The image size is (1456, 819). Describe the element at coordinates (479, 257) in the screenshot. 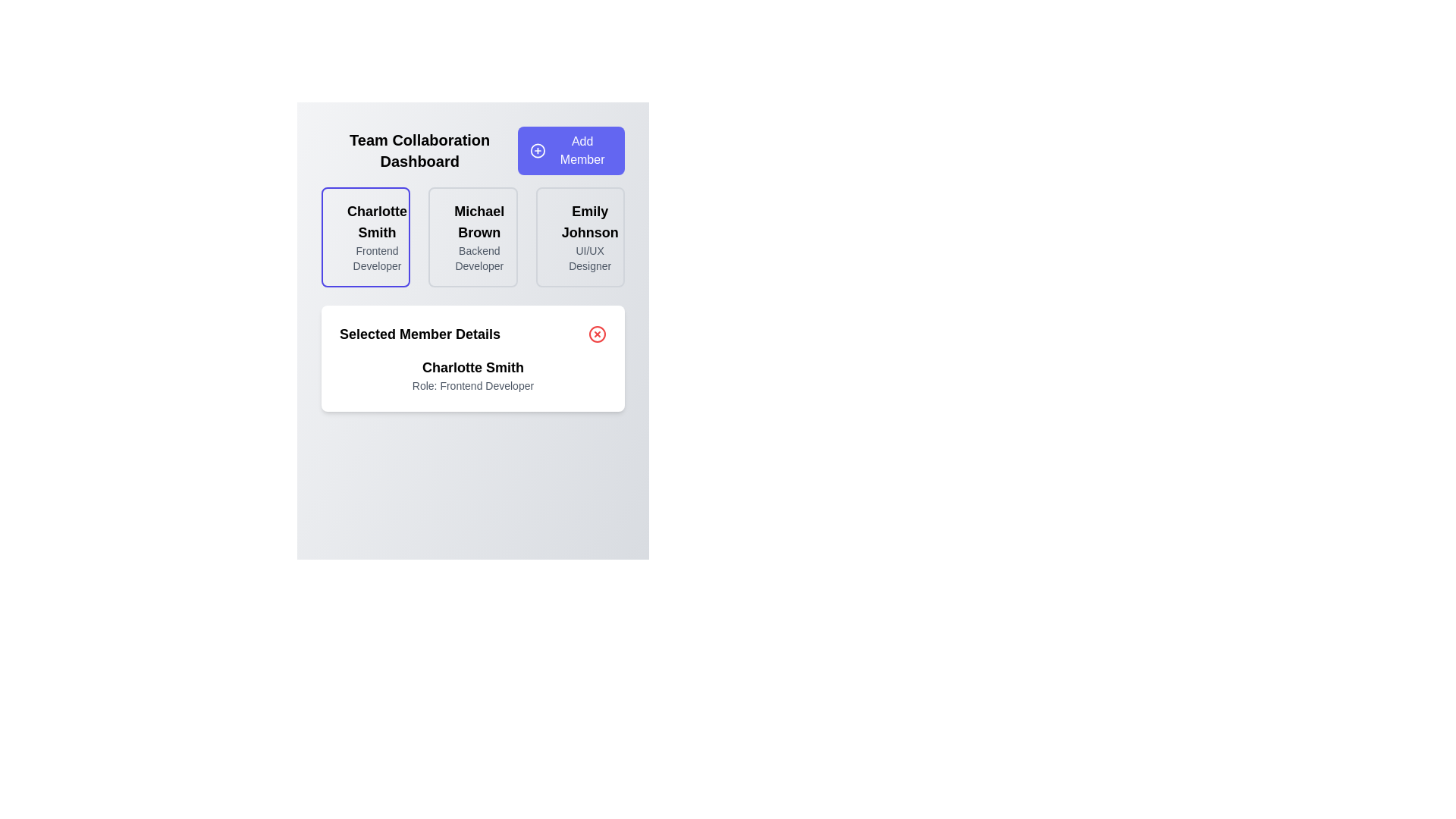

I see `the static text label indicating the role or position of user 'Michael Brown', which is located in the middle section of a horizontal layout of three profiles` at that location.